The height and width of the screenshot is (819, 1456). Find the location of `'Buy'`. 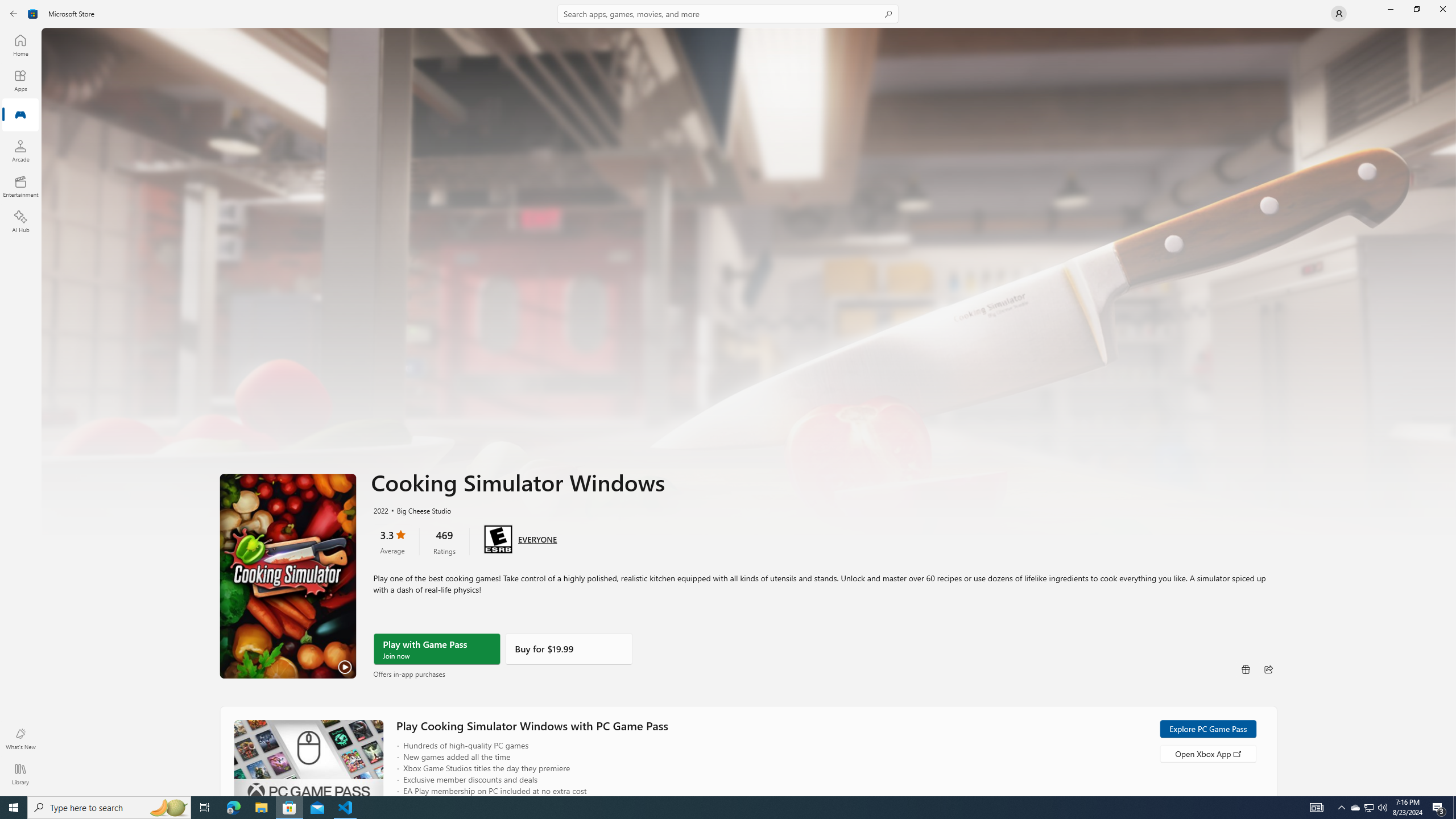

'Buy' is located at coordinates (568, 649).